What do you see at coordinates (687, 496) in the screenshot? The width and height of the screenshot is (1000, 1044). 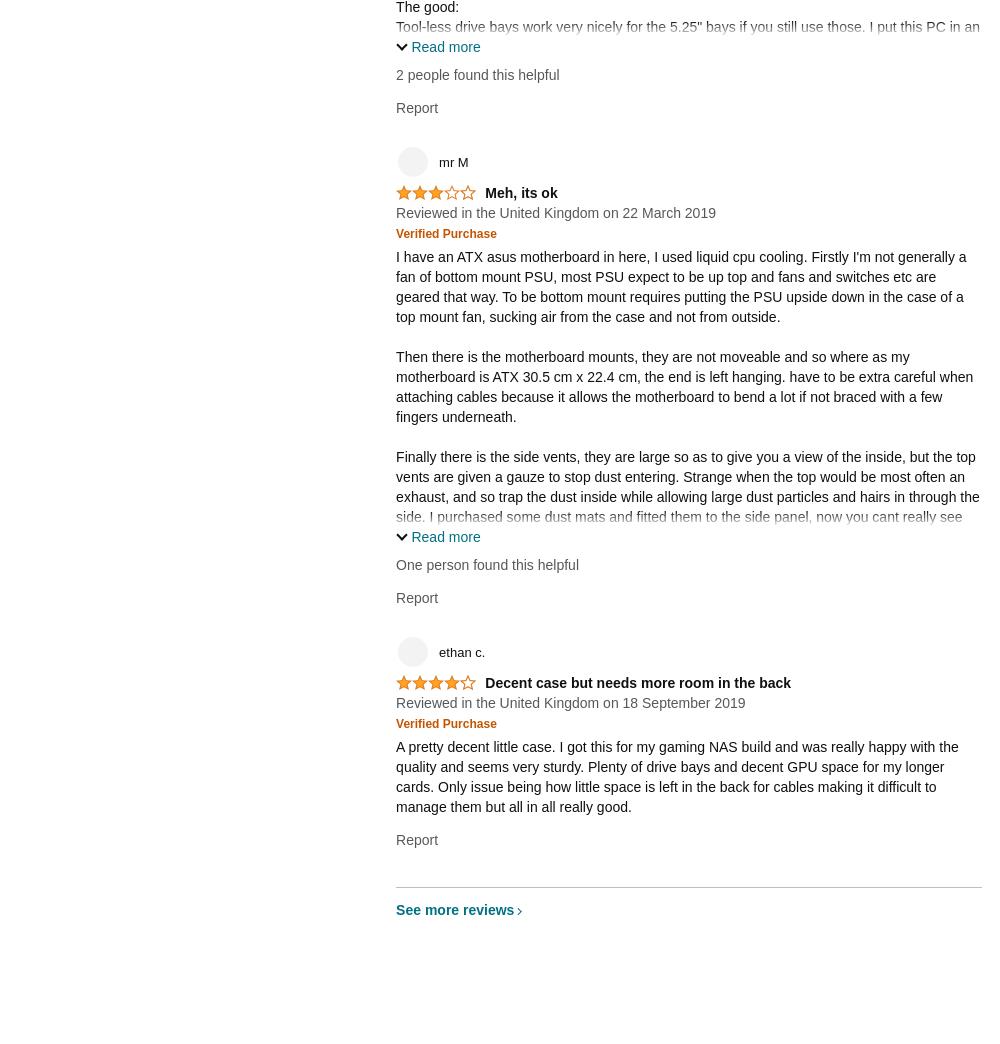 I see `'Finally there is the side vents, they are large so as to give you a view of the inside, but the top vents are given a gauze to stop dust entering. Strange when the top would be most often an exhaust, and so trap the dust inside while allowing large dust particles and hairs in through the side. I purchased some dust mats and fitted them to the side panel, now you cant really see the inside .'` at bounding box center [687, 496].